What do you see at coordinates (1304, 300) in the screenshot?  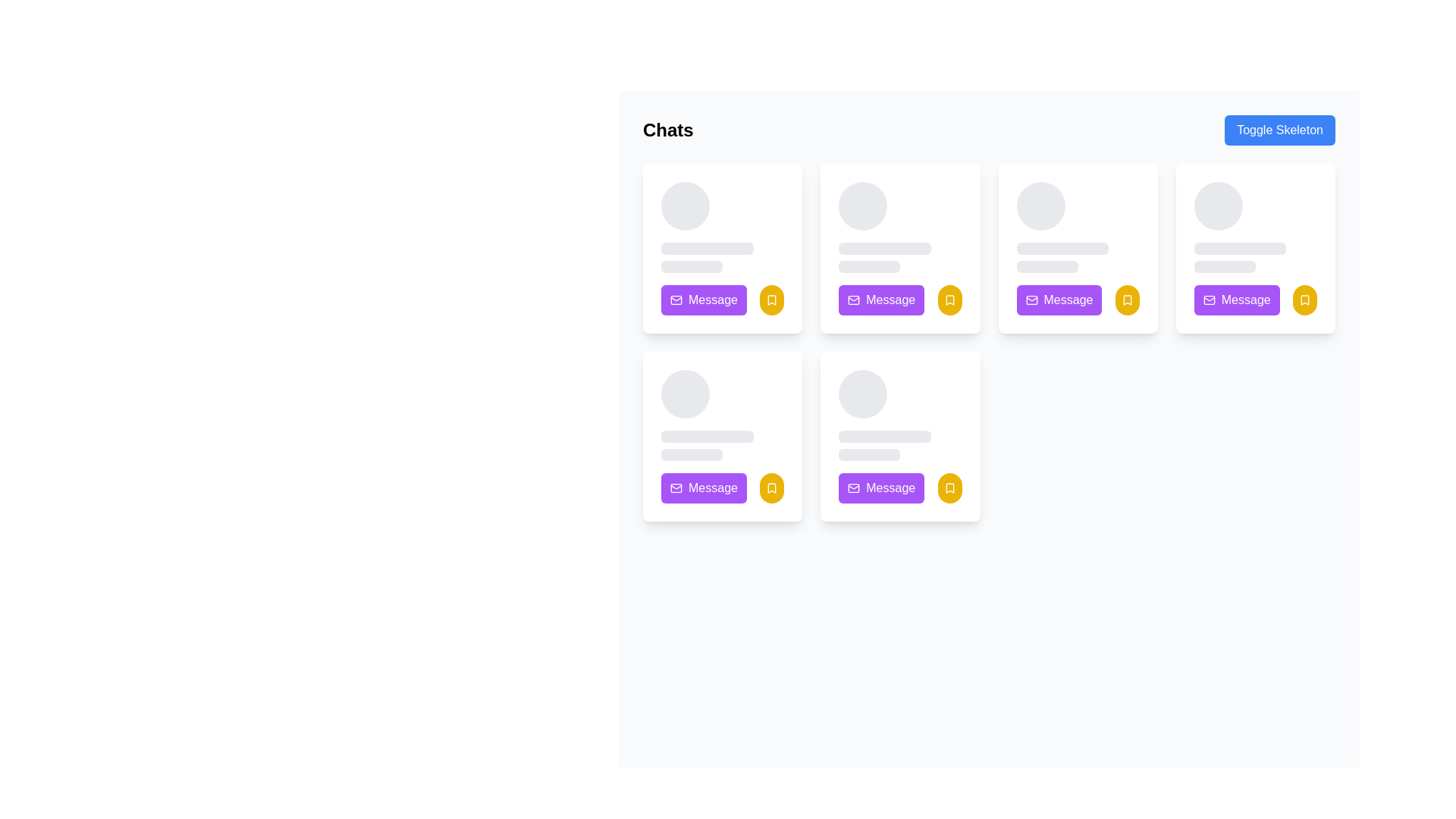 I see `the rounded yellow button with a bookmark icon, located in the last column of the top row of the grid layout` at bounding box center [1304, 300].